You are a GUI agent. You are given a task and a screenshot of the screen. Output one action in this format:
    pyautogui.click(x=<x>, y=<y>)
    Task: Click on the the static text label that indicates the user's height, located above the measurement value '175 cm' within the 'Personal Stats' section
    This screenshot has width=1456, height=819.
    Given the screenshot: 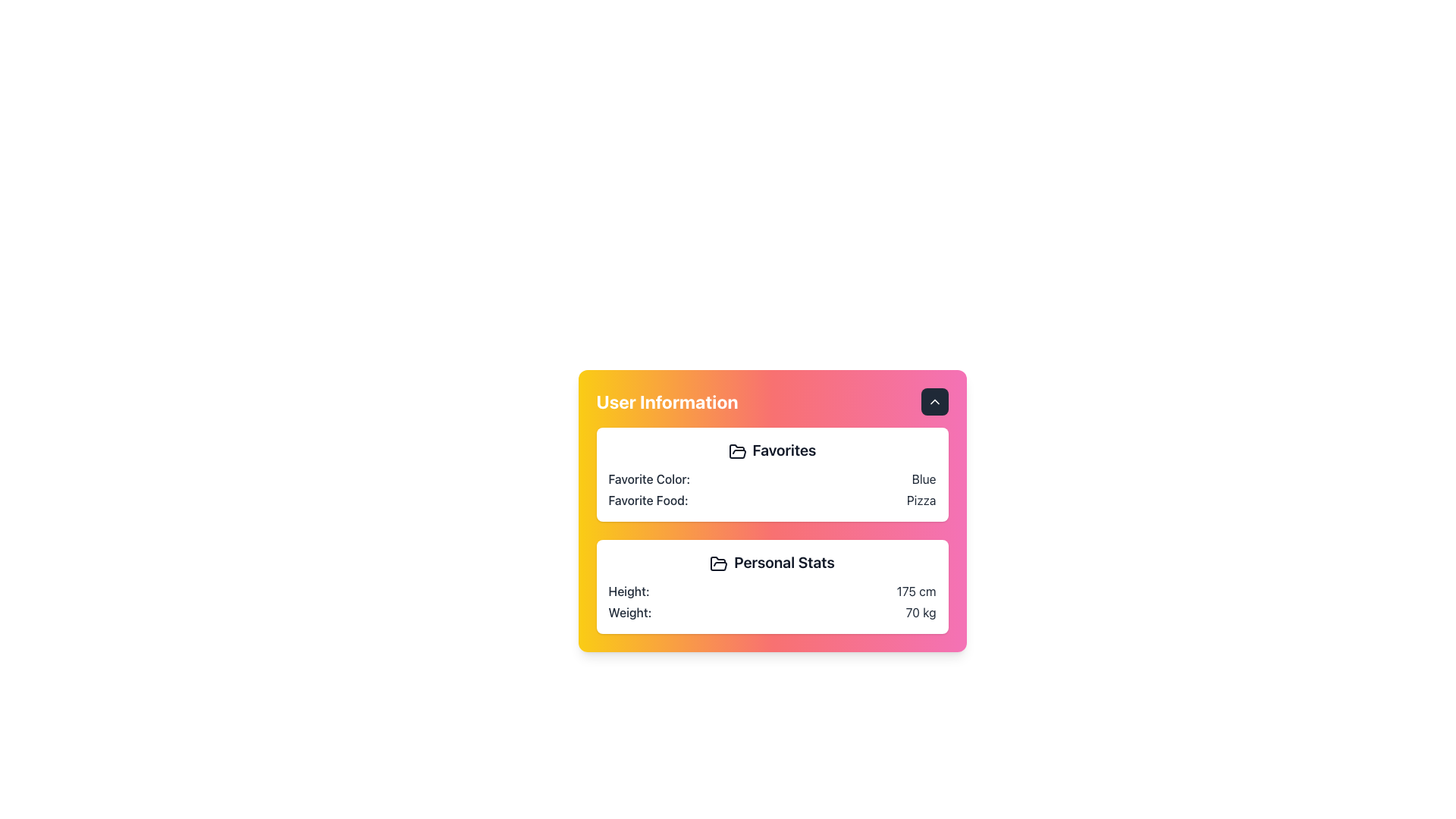 What is the action you would take?
    pyautogui.click(x=629, y=590)
    